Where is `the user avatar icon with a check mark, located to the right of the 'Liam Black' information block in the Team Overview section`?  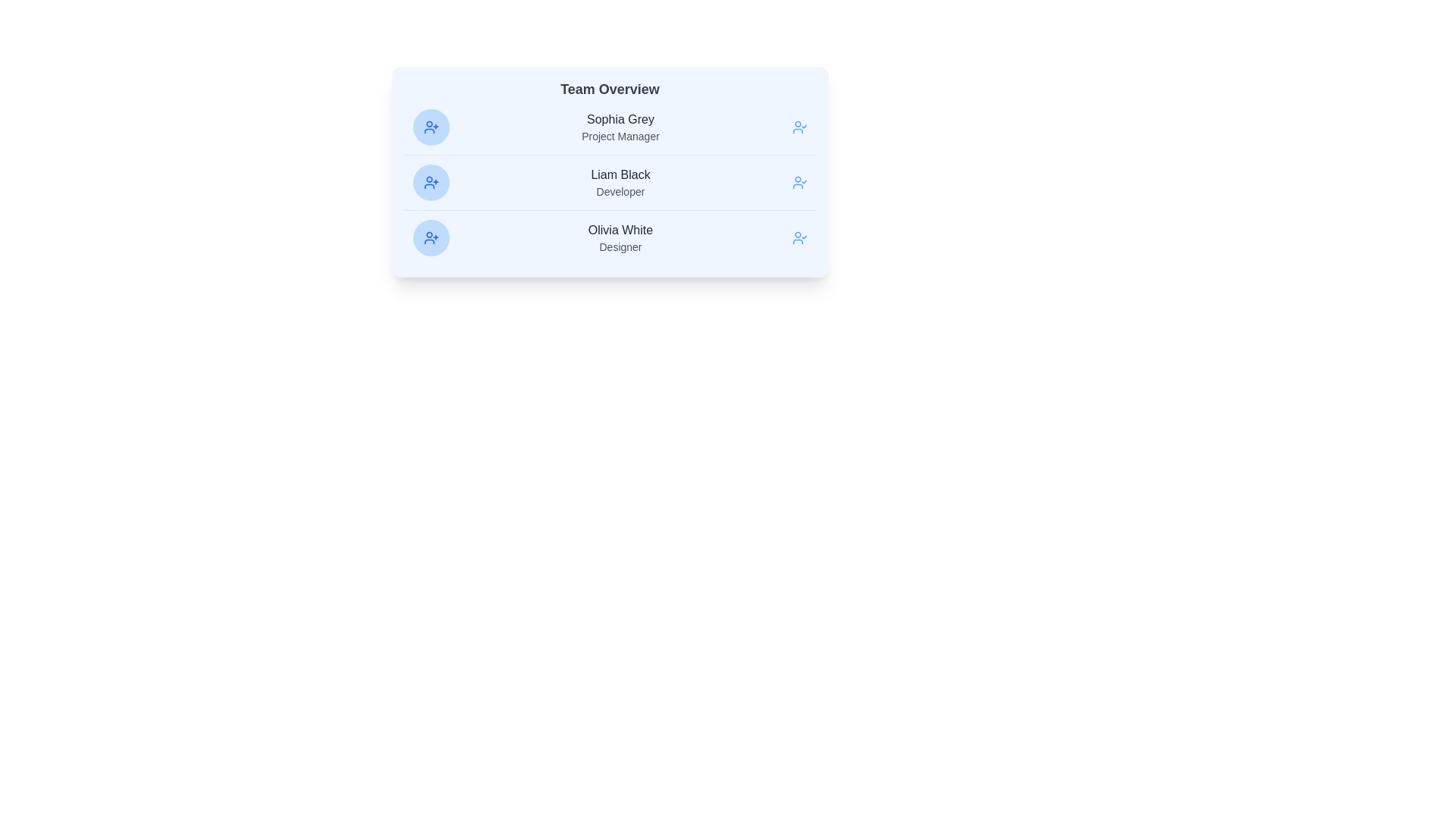
the user avatar icon with a check mark, located to the right of the 'Liam Black' information block in the Team Overview section is located at coordinates (799, 181).